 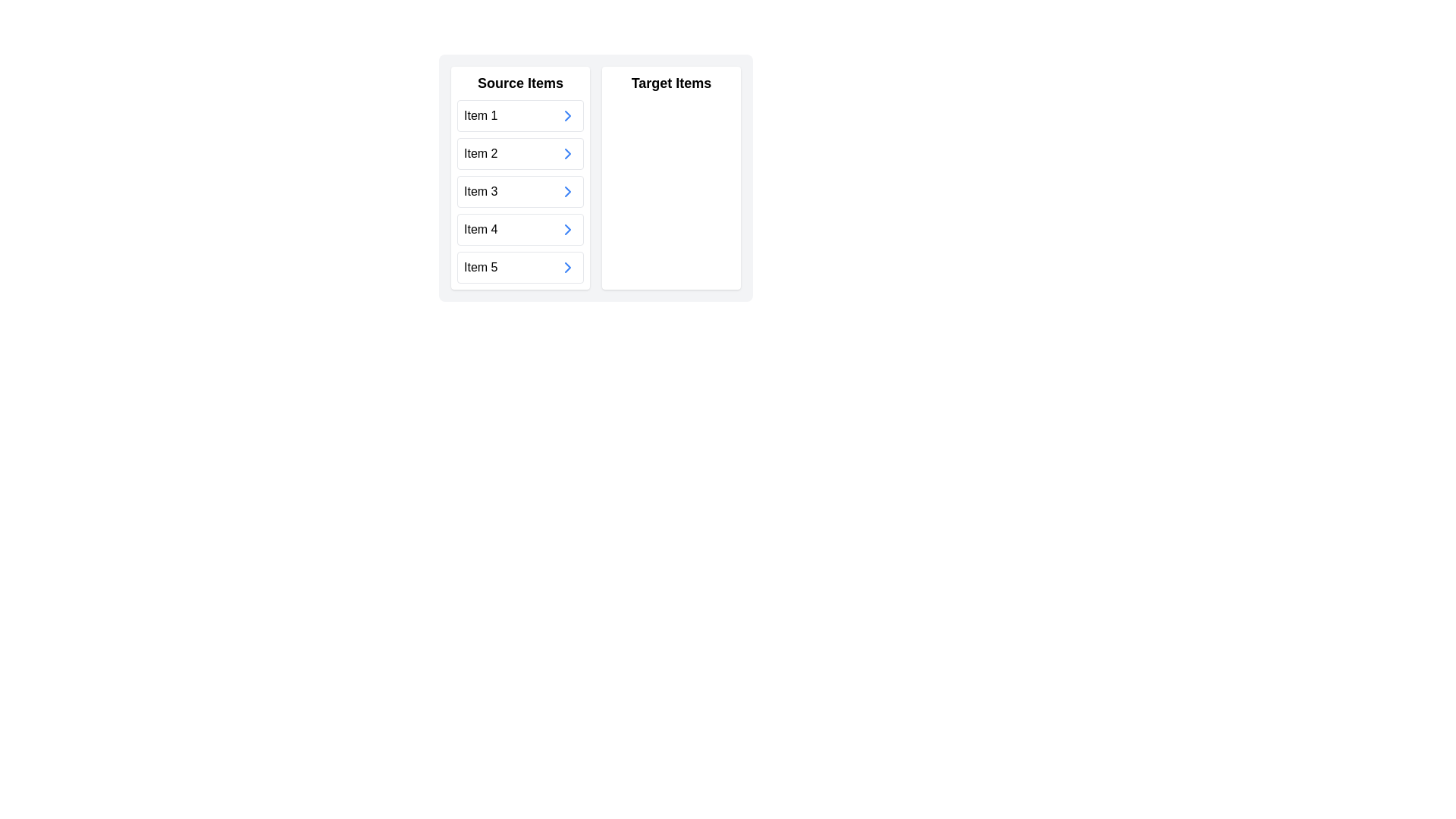 What do you see at coordinates (566, 191) in the screenshot?
I see `the rightward-facing arrow icon in the 'Item 3' row` at bounding box center [566, 191].